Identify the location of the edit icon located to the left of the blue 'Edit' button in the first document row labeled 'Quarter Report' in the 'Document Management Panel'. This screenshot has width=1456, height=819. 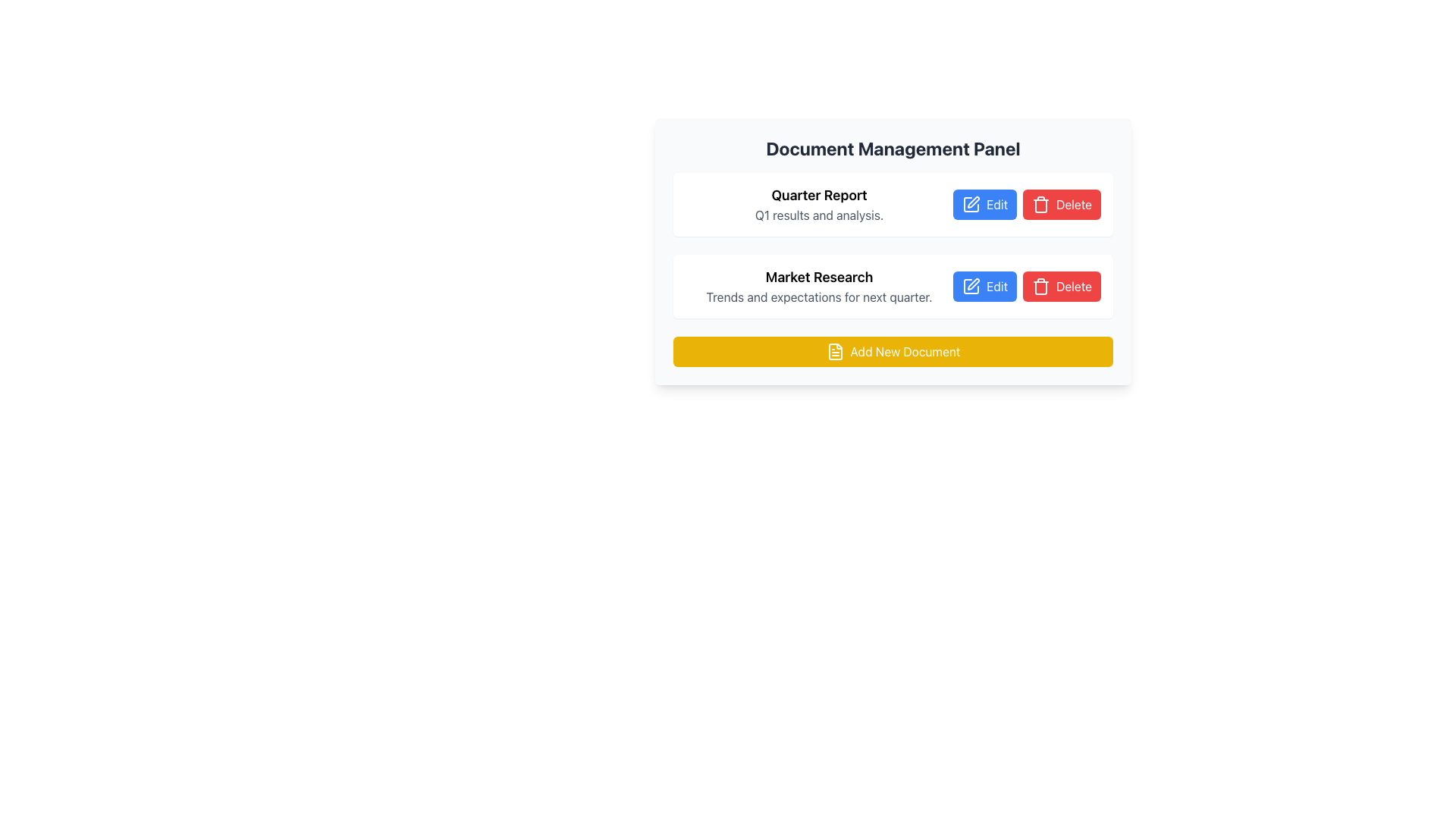
(971, 205).